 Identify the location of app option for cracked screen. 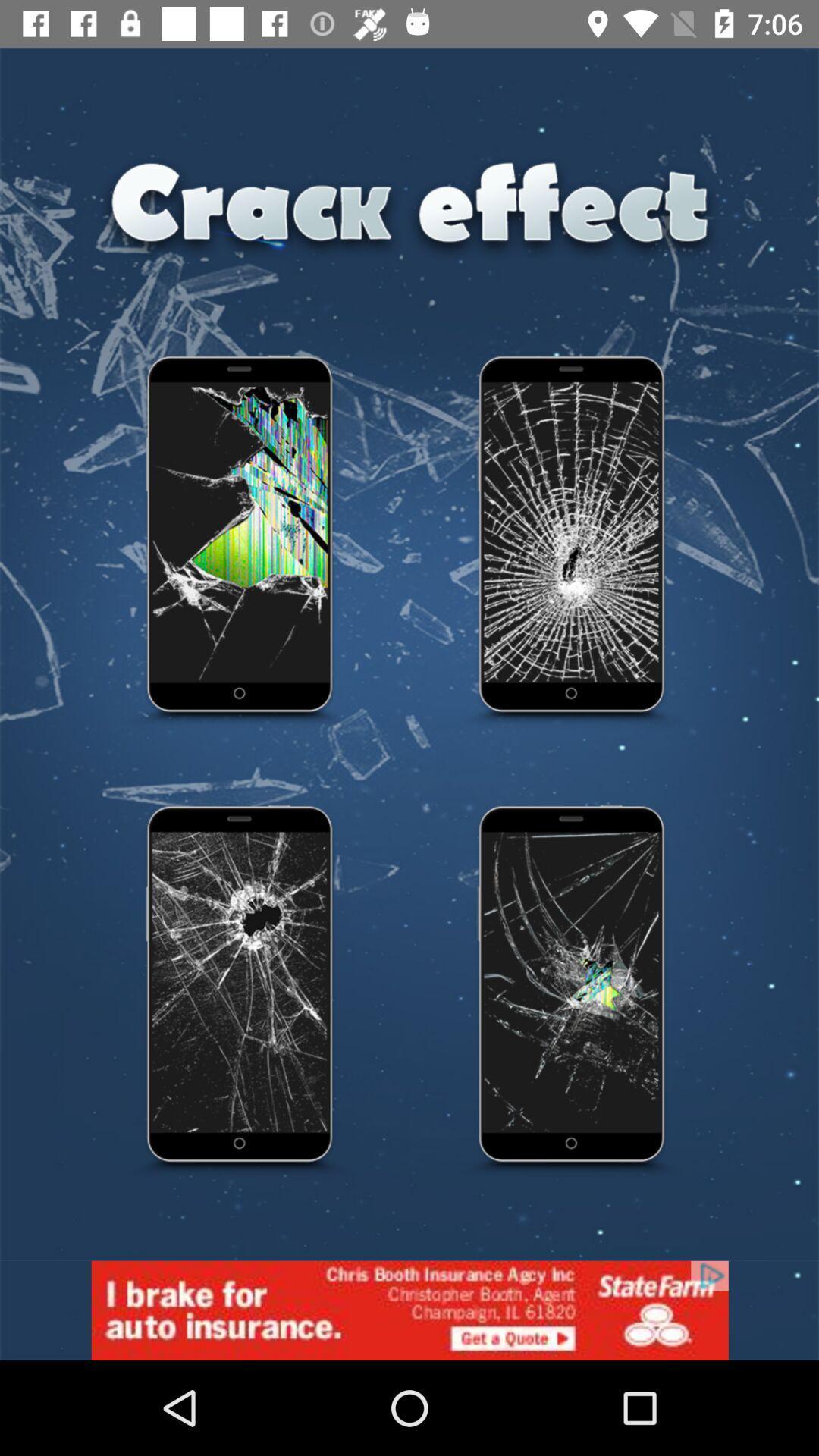
(240, 542).